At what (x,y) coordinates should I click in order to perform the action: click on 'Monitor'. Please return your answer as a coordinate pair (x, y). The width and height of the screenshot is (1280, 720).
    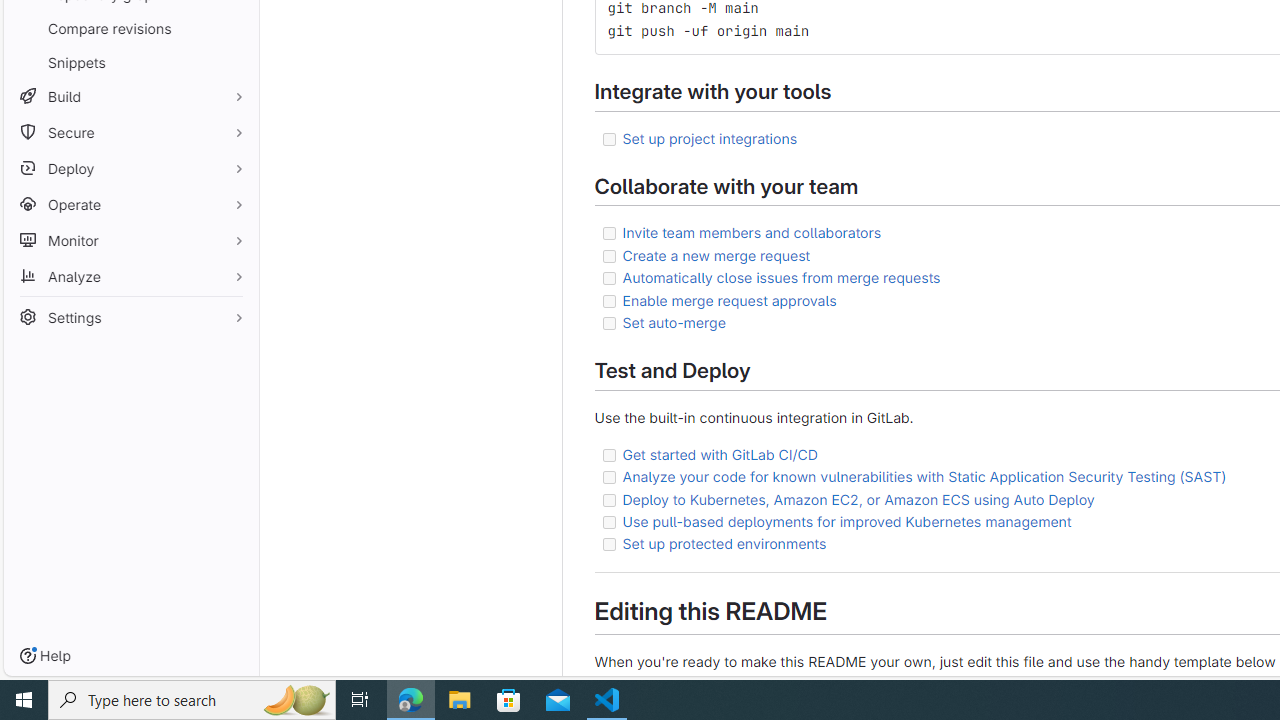
    Looking at the image, I should click on (130, 239).